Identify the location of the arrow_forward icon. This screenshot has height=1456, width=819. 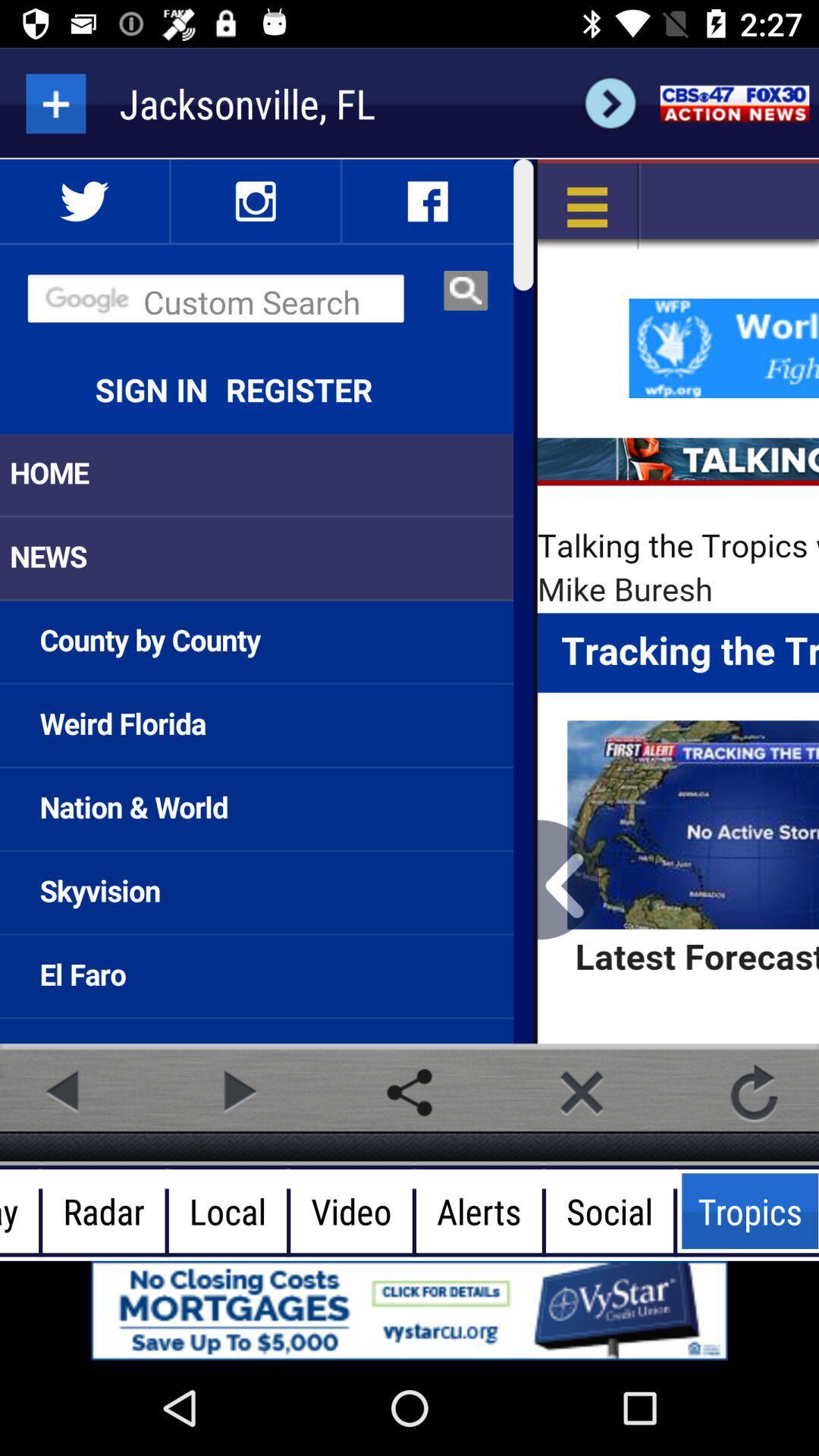
(610, 102).